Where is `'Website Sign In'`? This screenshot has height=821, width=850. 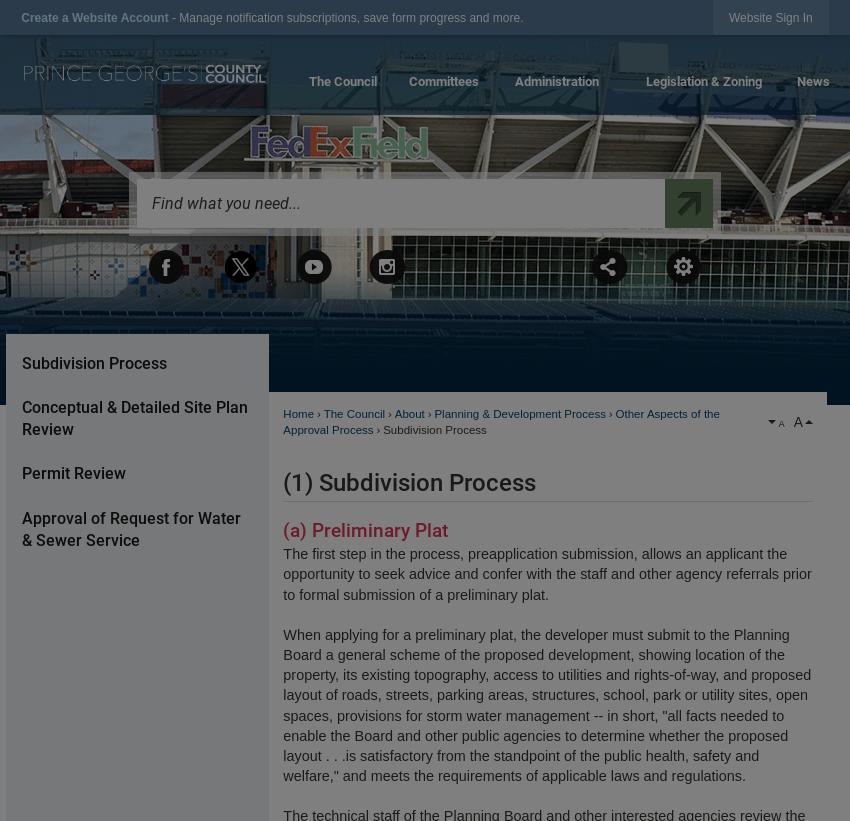 'Website Sign In' is located at coordinates (769, 16).